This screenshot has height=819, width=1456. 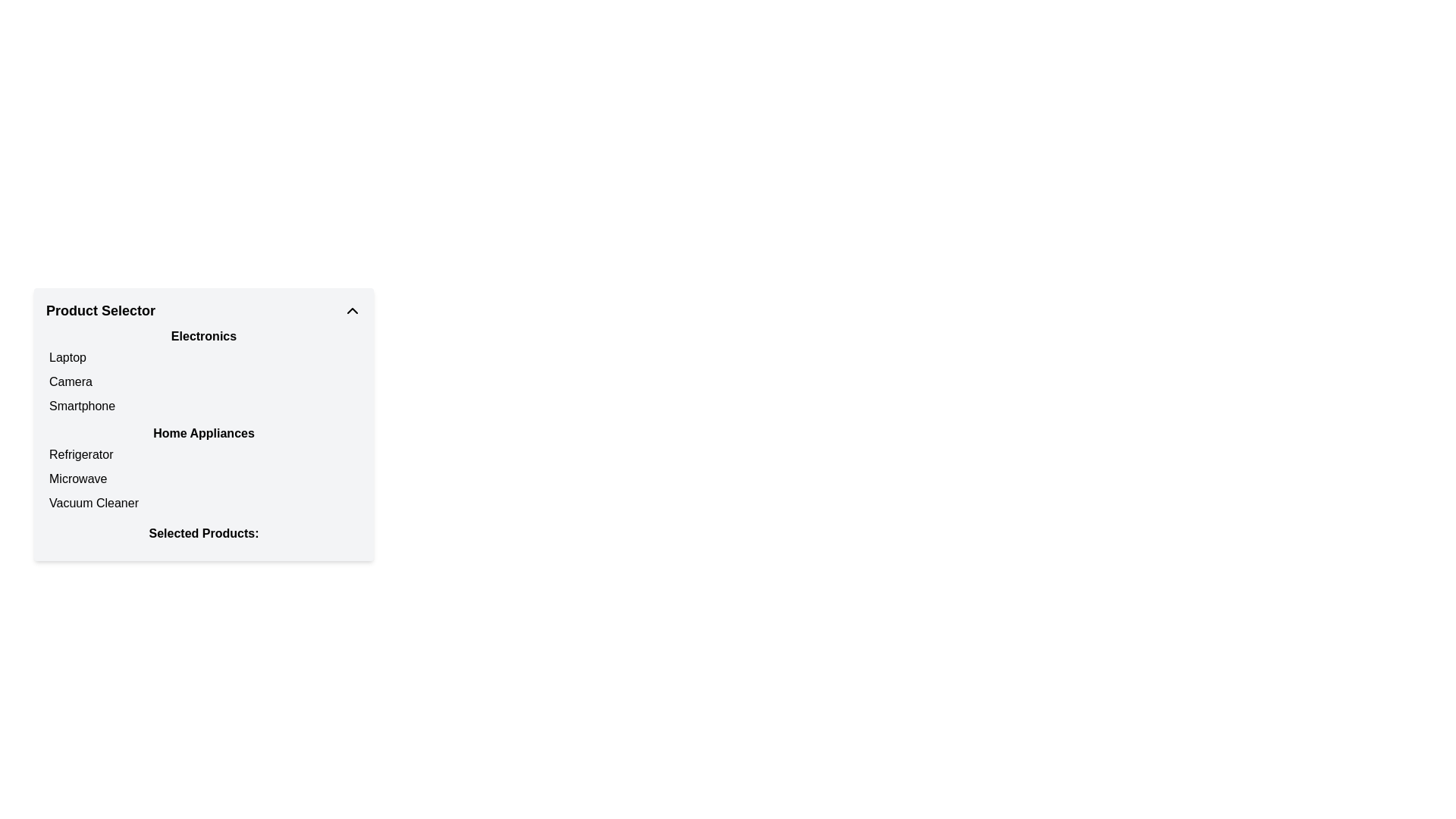 I want to click on the Text label that serves as a category header for electronics in the 'Product Selector' section, positioned above the items 'Laptop', 'Camera', and 'Smartphone', so click(x=202, y=335).